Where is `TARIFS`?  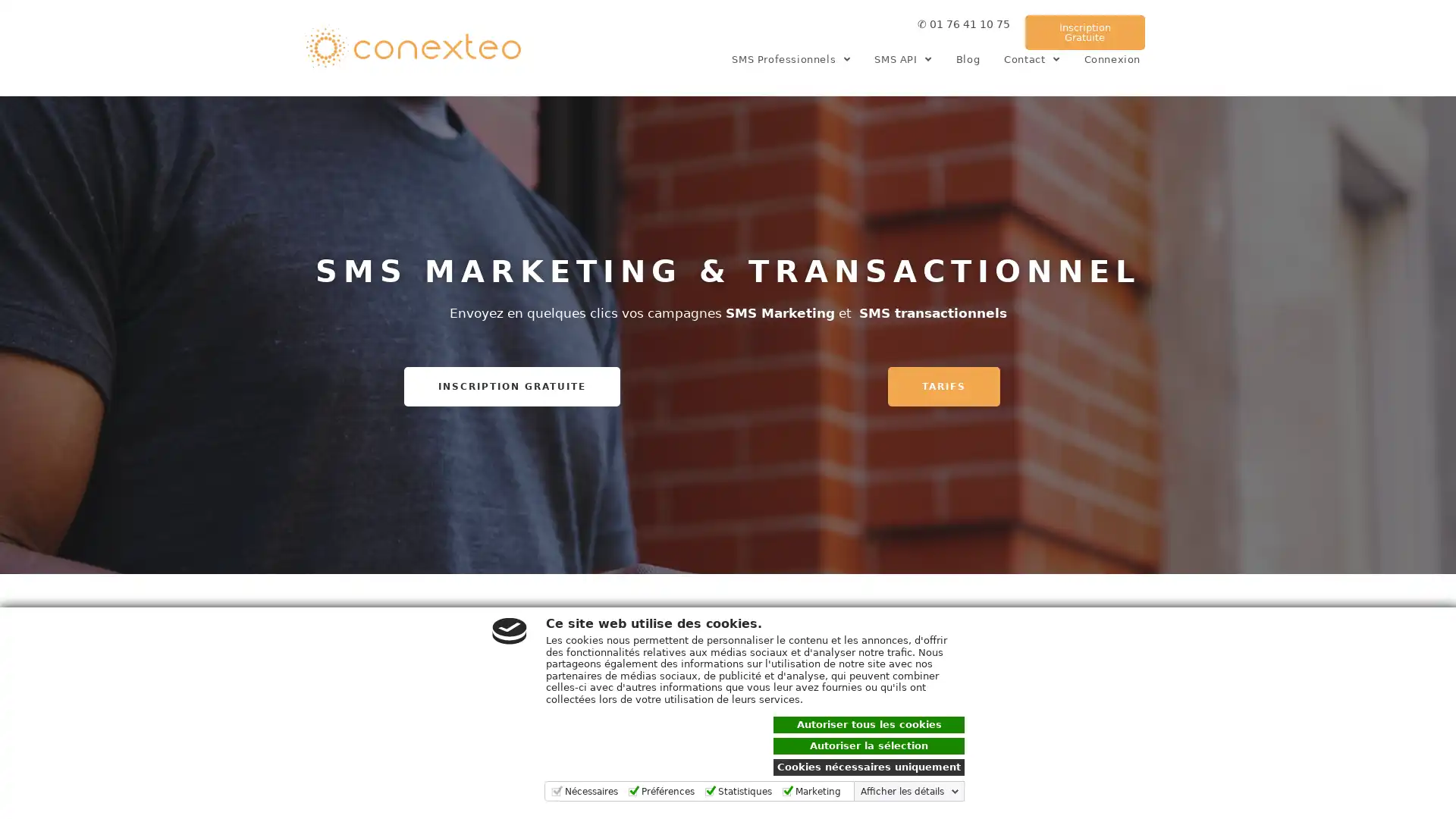 TARIFS is located at coordinates (943, 385).